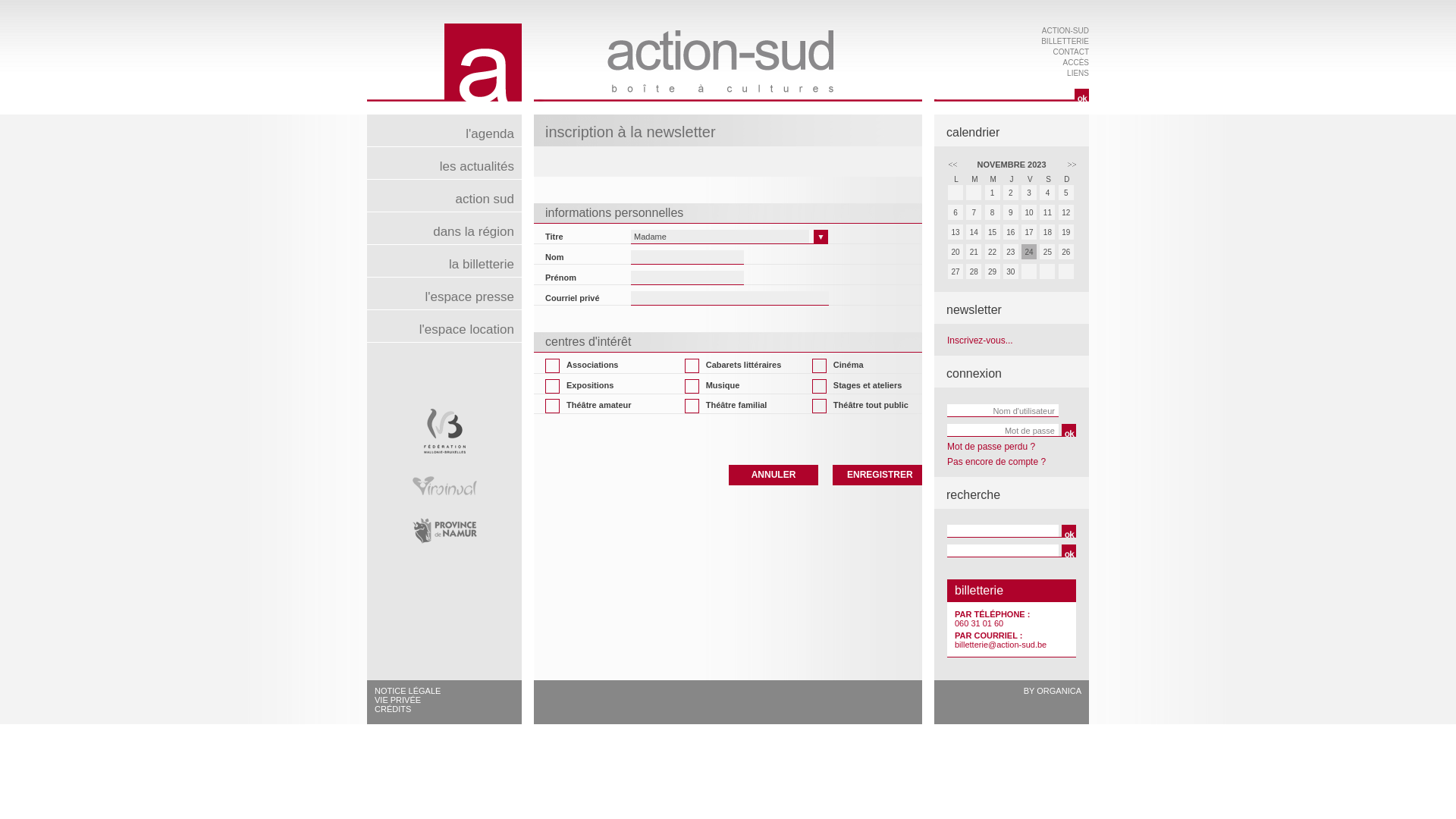  What do you see at coordinates (1046, 231) in the screenshot?
I see `'18'` at bounding box center [1046, 231].